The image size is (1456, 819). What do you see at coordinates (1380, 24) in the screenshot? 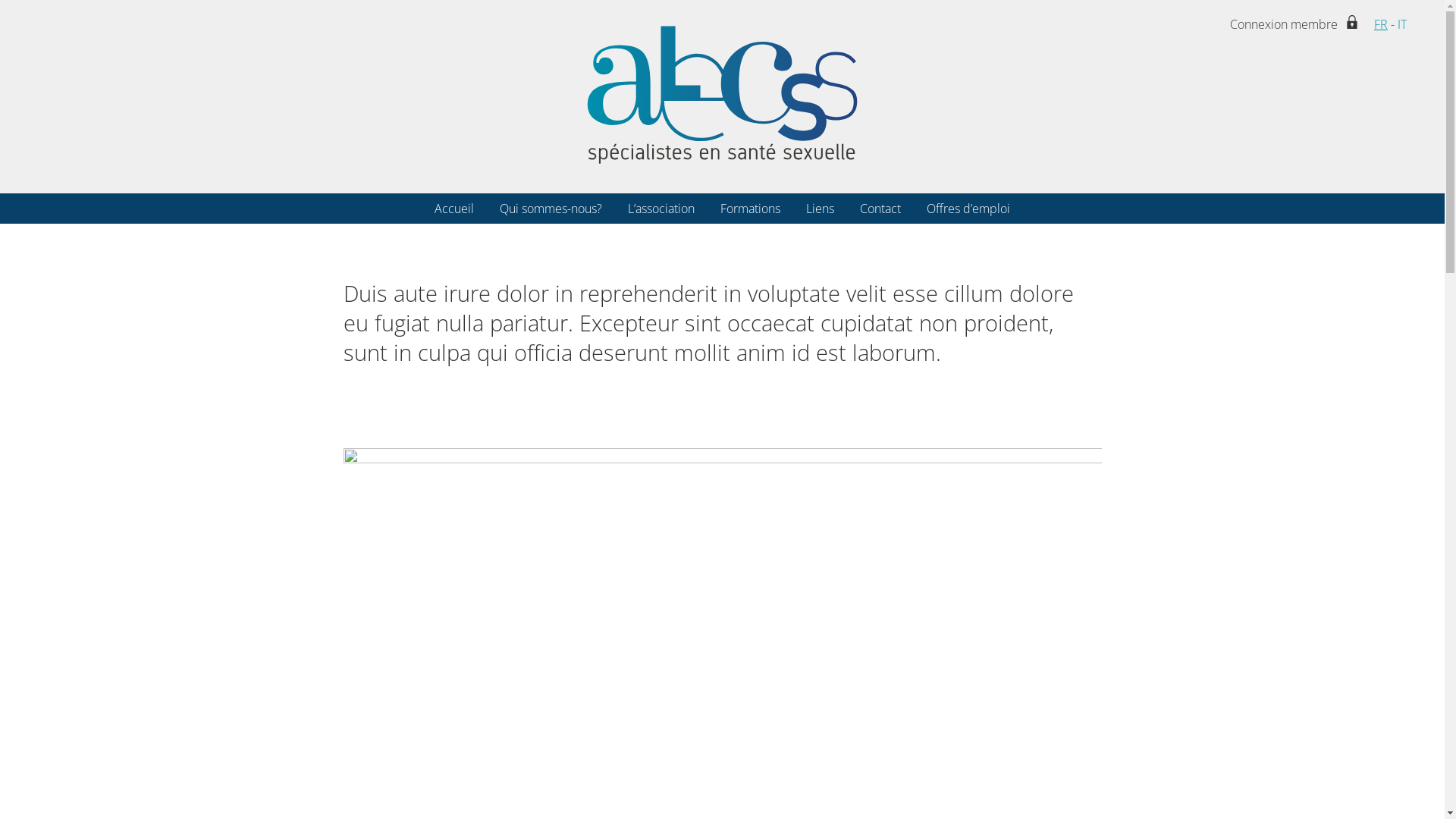
I see `'FR'` at bounding box center [1380, 24].